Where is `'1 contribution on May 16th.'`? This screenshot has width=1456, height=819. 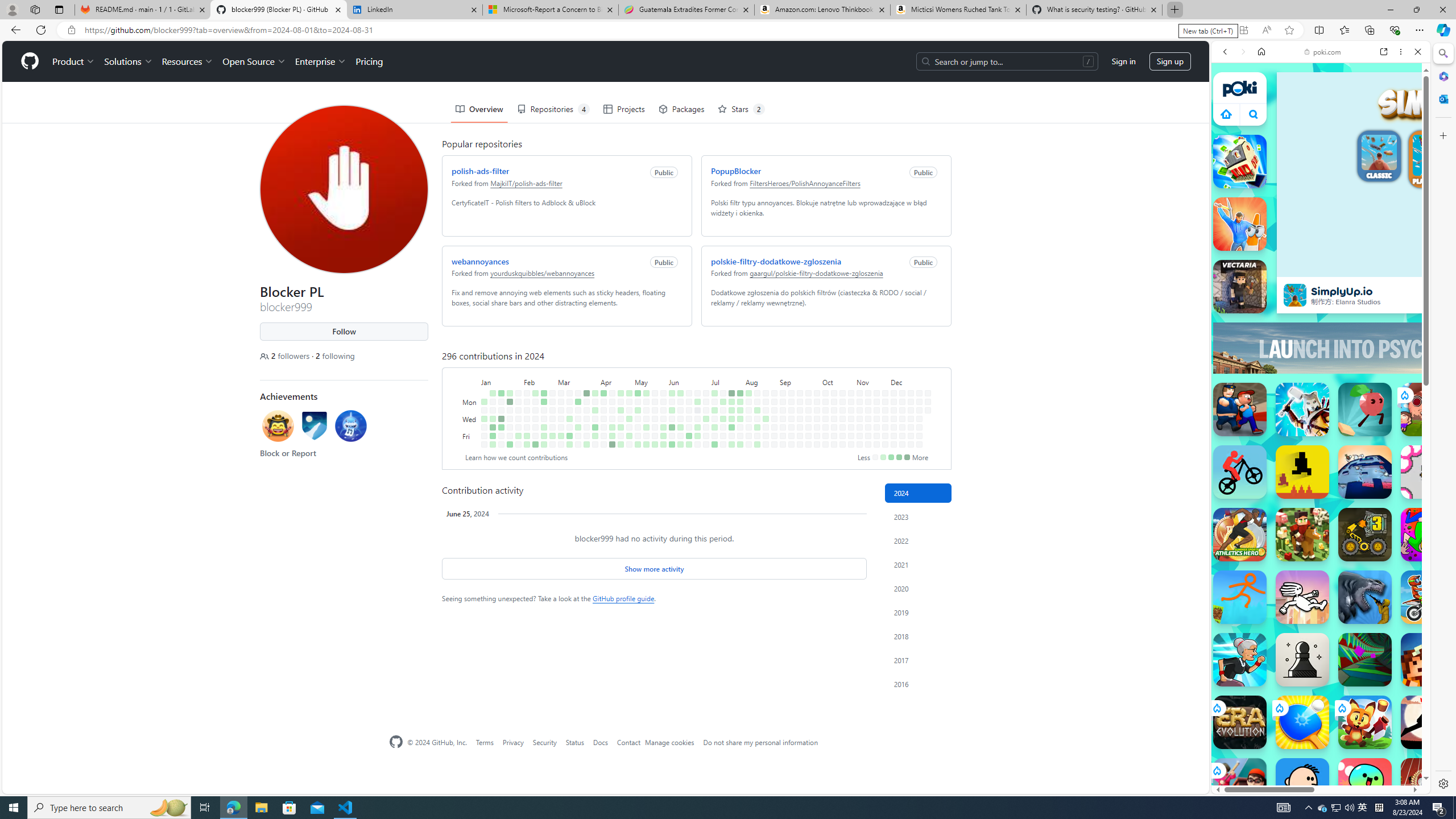 '1 contribution on May 16th.' is located at coordinates (646, 427).